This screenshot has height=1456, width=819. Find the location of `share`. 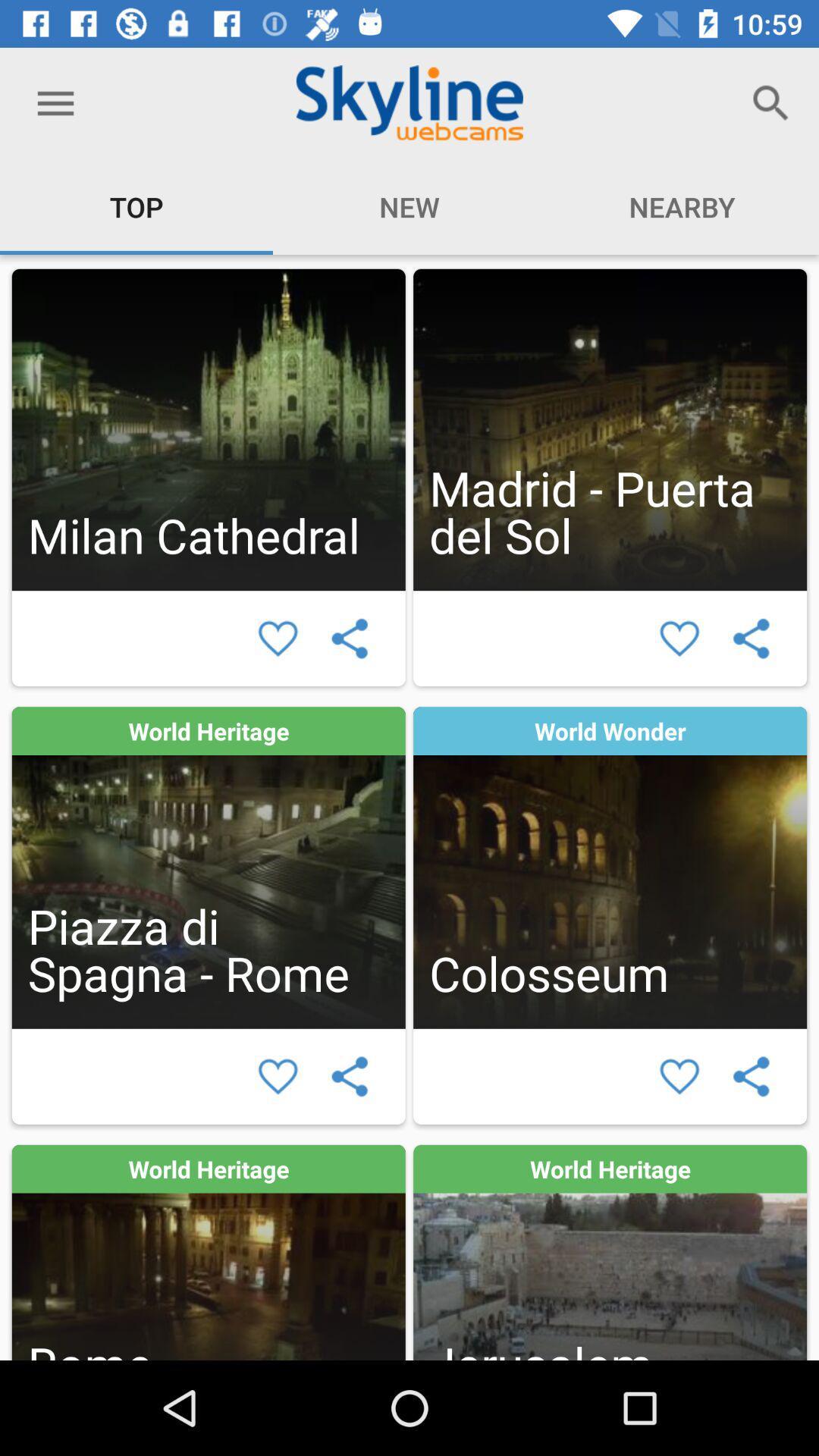

share is located at coordinates (350, 639).